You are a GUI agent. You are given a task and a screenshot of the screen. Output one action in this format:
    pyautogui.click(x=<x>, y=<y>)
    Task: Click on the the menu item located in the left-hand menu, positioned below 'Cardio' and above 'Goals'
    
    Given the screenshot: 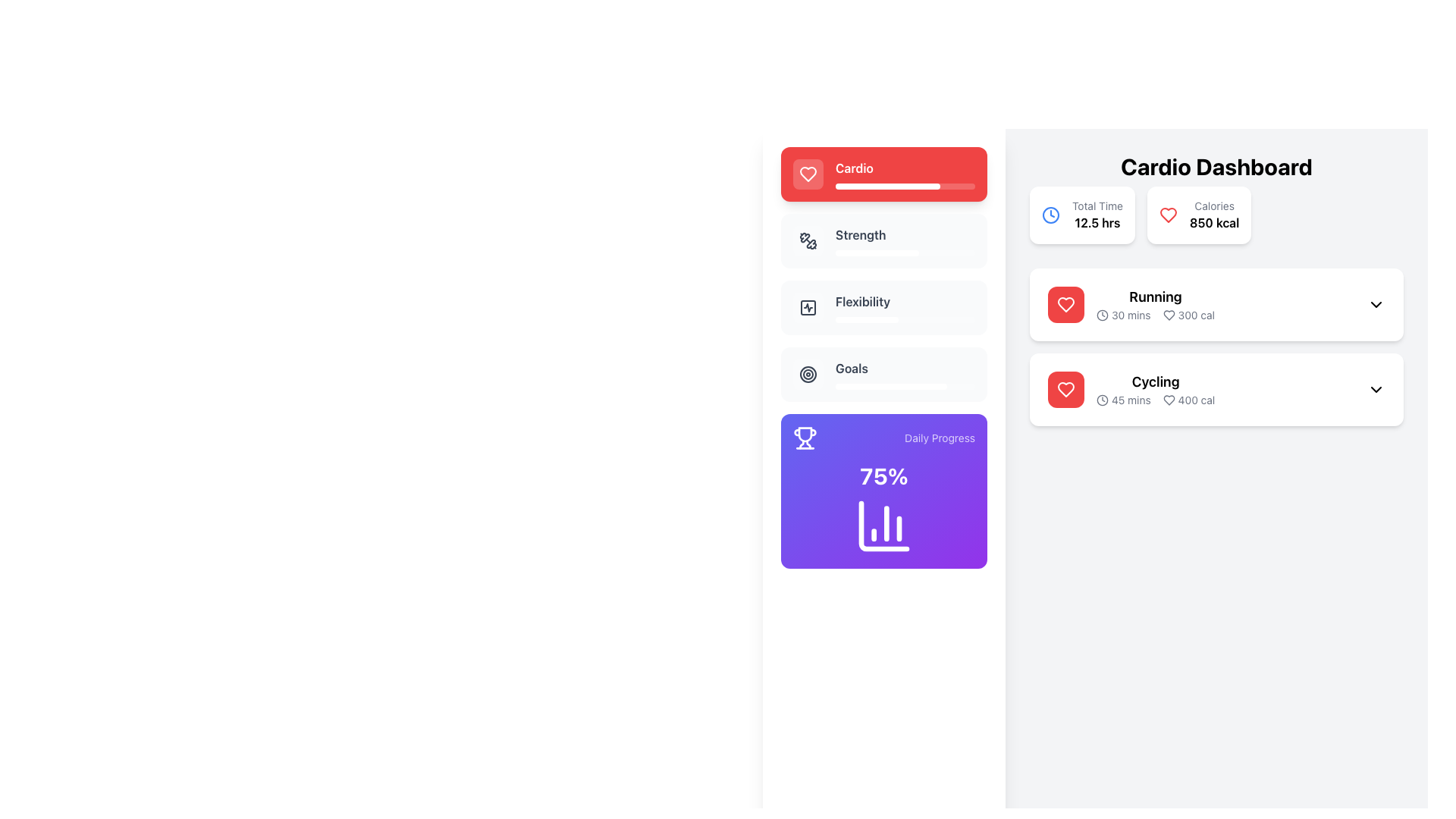 What is the action you would take?
    pyautogui.click(x=884, y=307)
    